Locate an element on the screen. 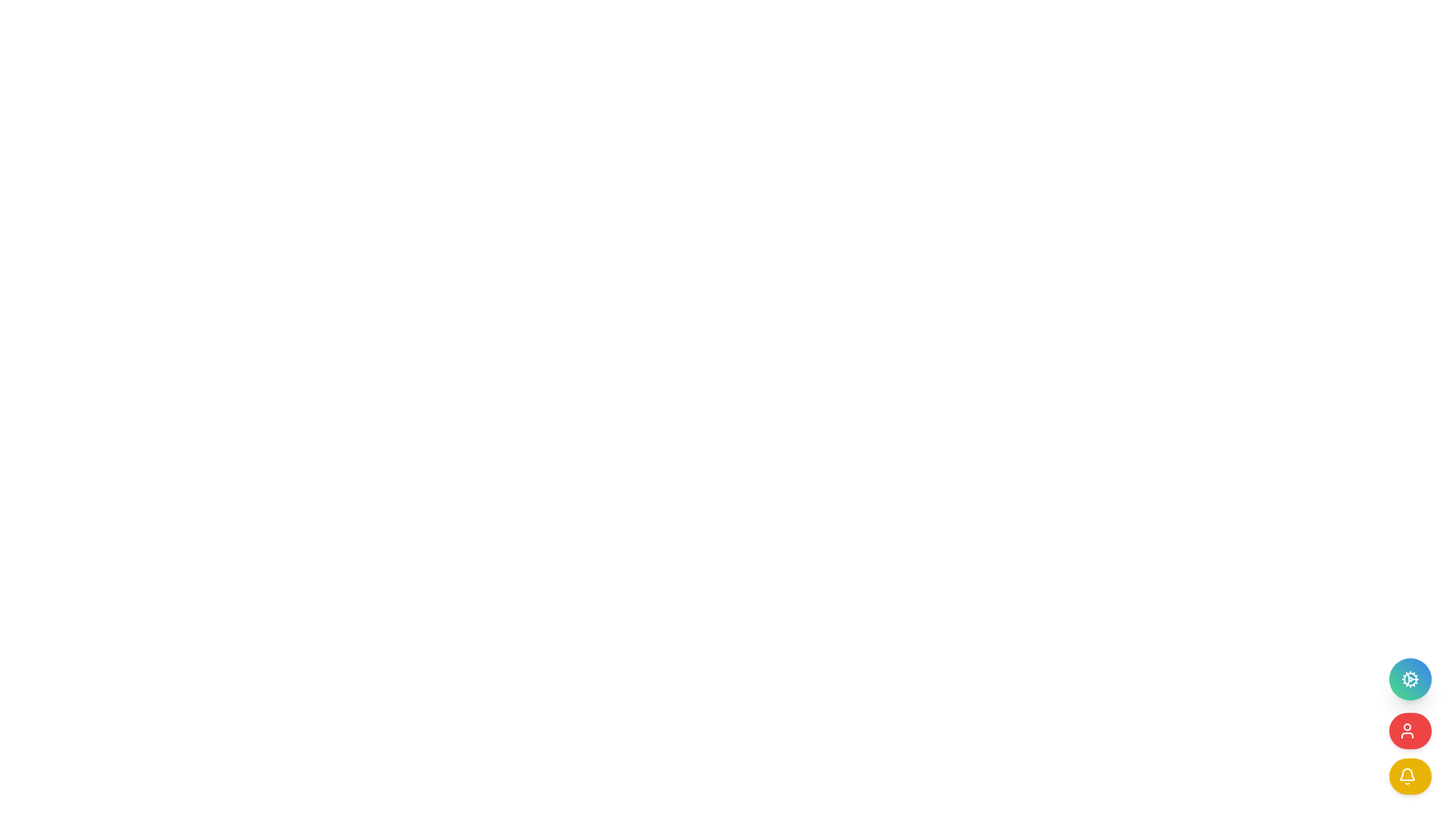 This screenshot has width=1456, height=819. the settings icon button located at the bottom-right corner of the interface is located at coordinates (1410, 678).